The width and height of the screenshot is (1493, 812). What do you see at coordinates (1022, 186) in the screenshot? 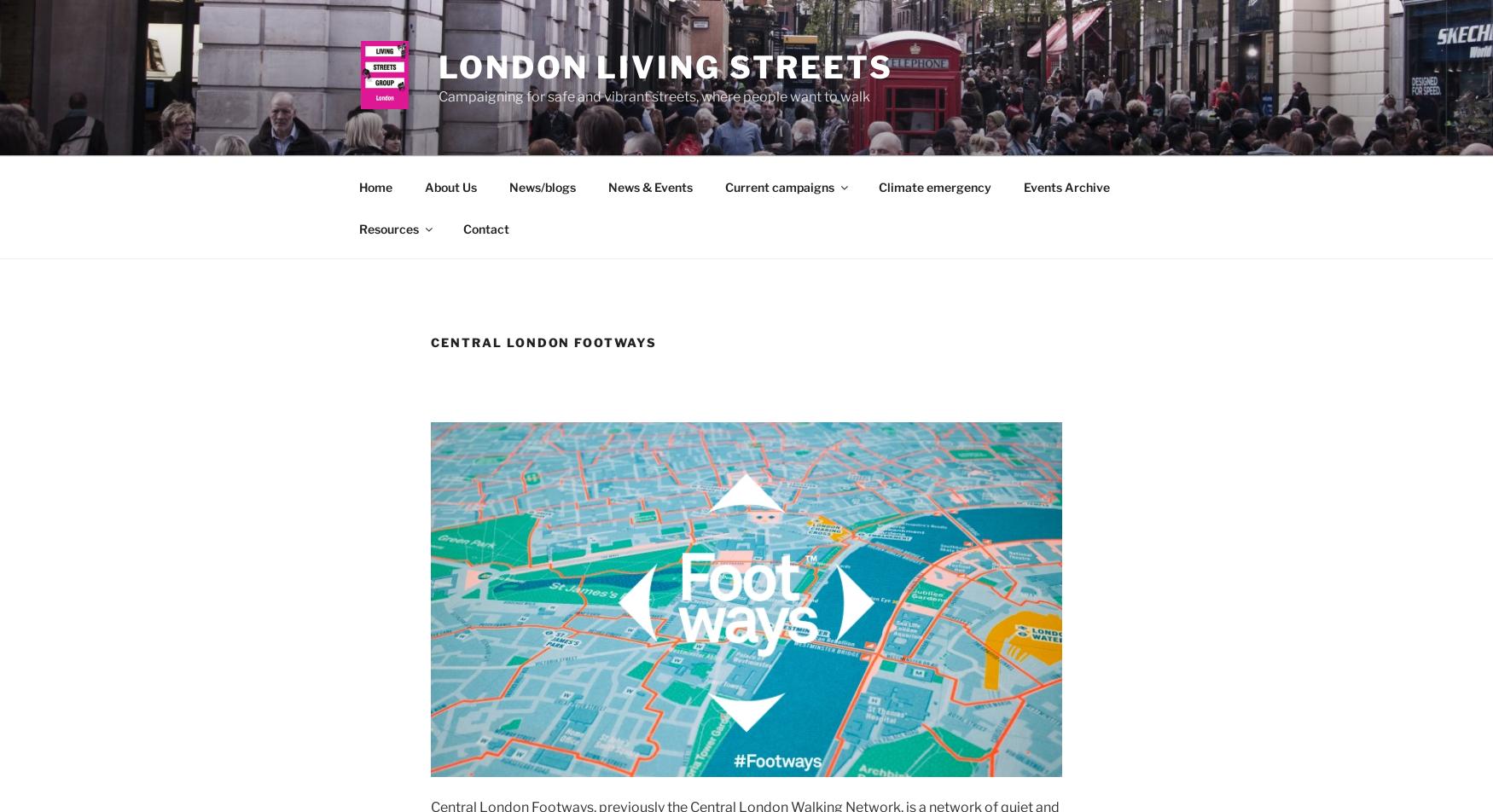
I see `'Events Archive'` at bounding box center [1022, 186].